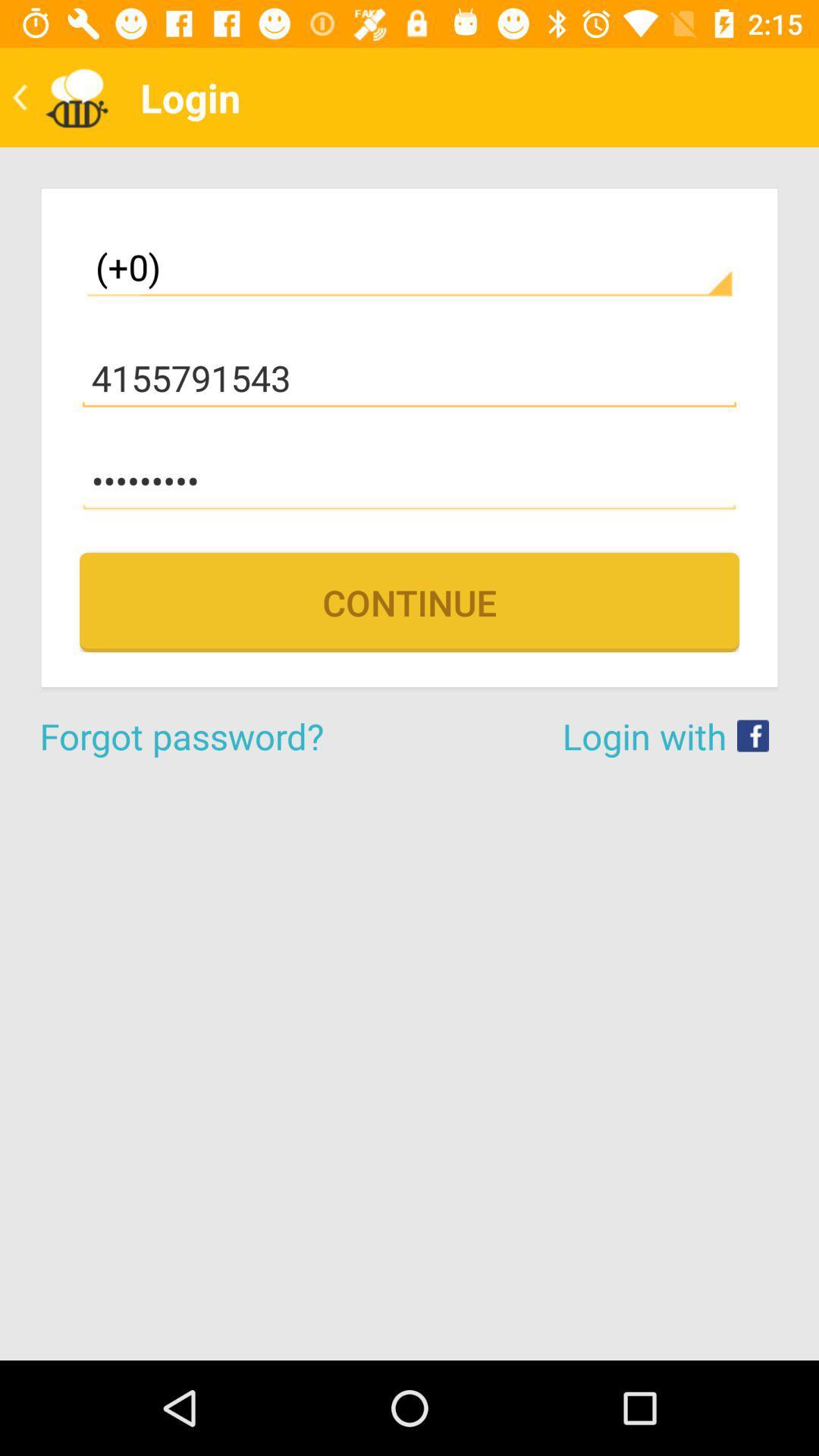 This screenshot has width=819, height=1456. Describe the element at coordinates (224, 736) in the screenshot. I see `the icon below continue item` at that location.